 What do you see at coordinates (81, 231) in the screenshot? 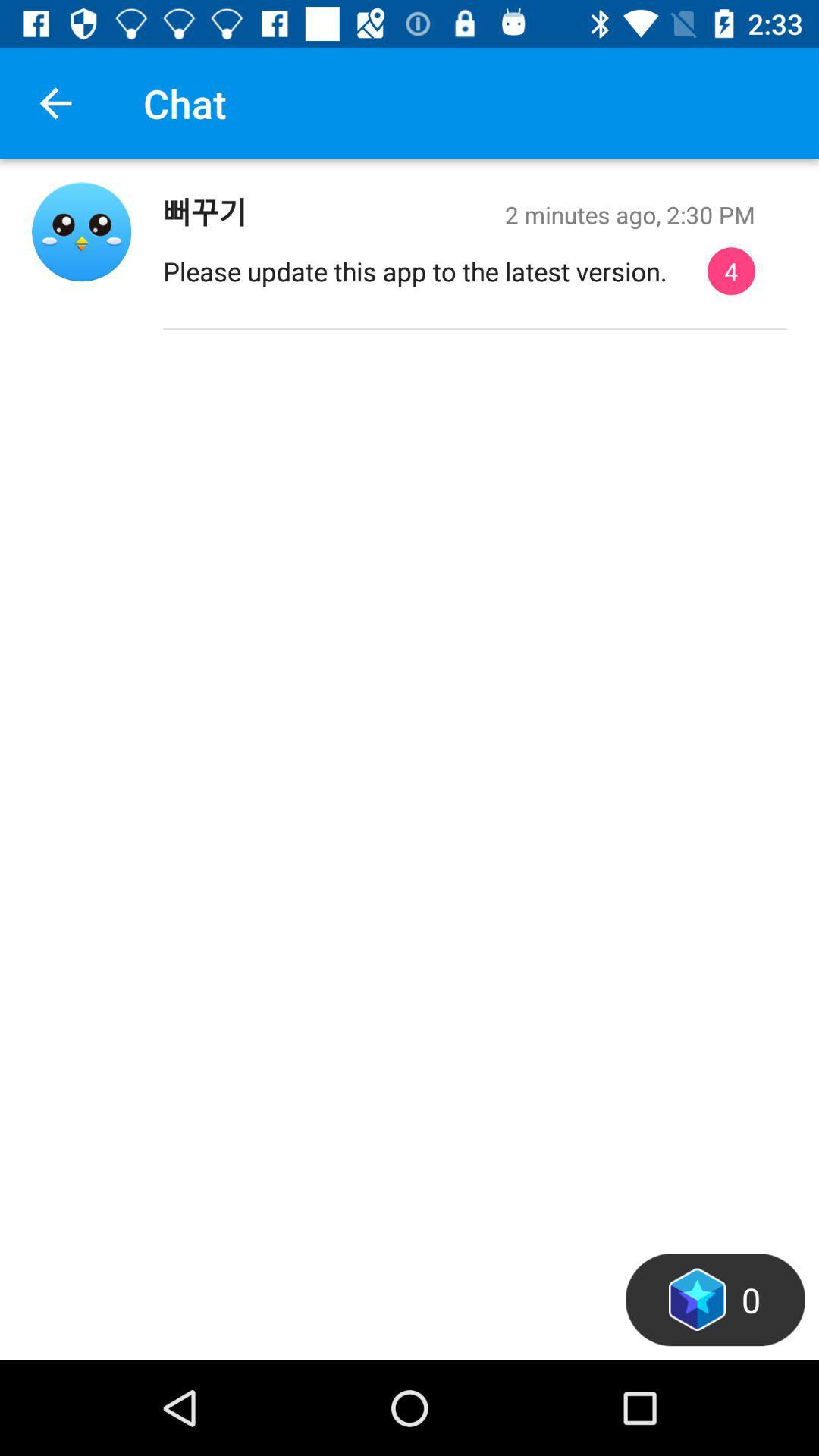
I see `profile page` at bounding box center [81, 231].